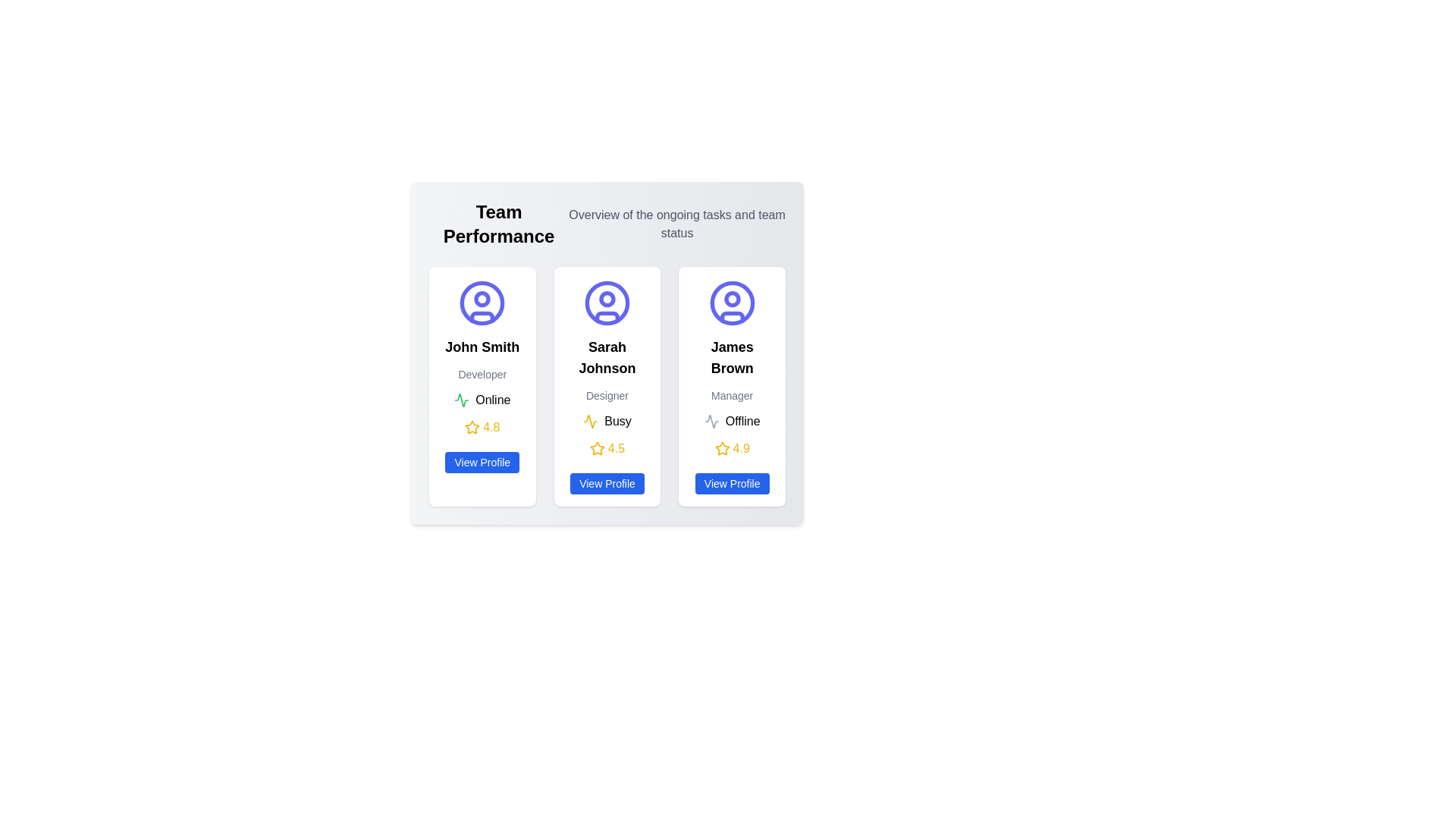 This screenshot has height=819, width=1456. Describe the element at coordinates (607, 224) in the screenshot. I see `the Header element that provides a summary and context for the content displayed below, which is located at the top of the main card component` at that location.